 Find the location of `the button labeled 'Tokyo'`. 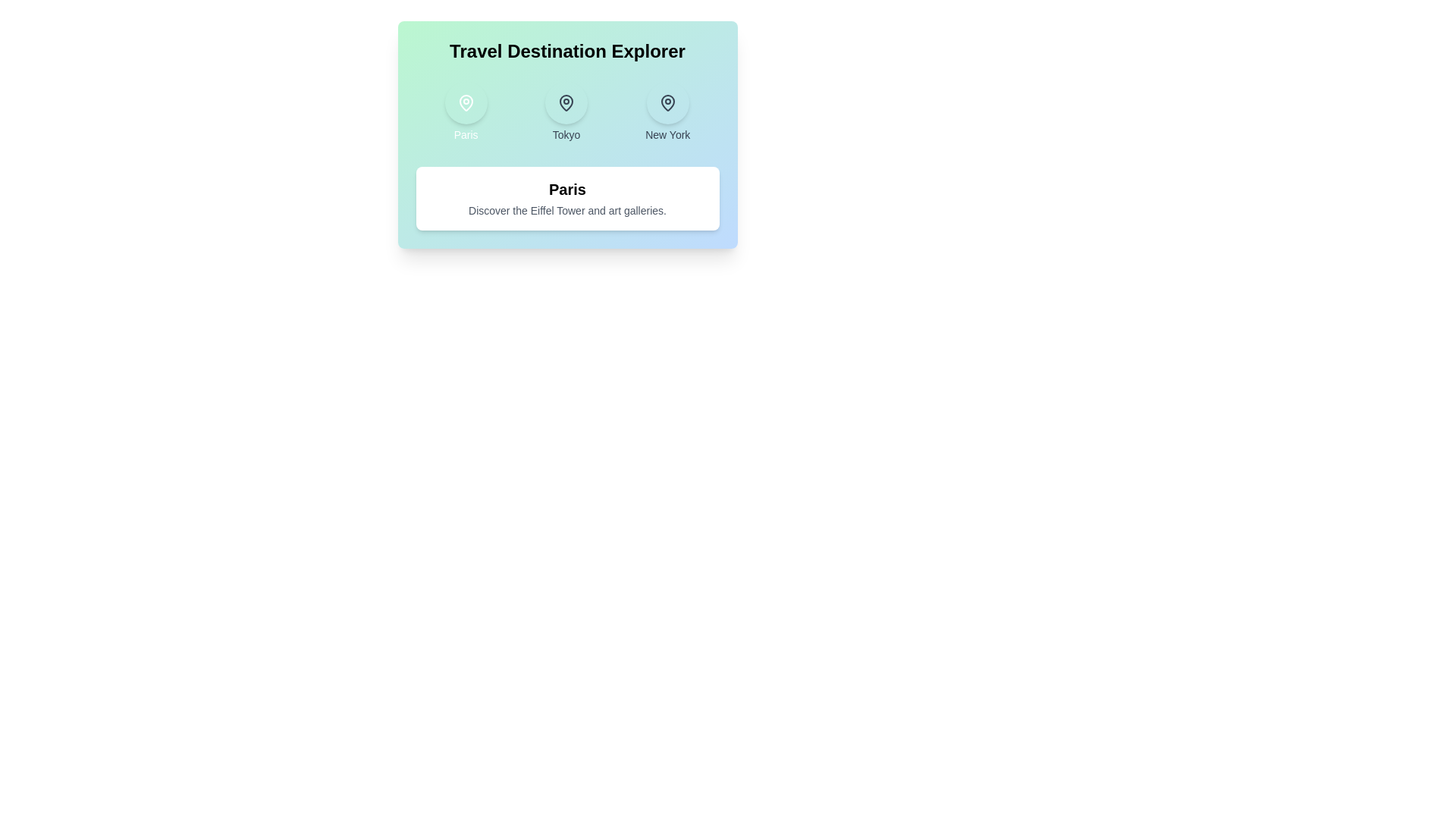

the button labeled 'Tokyo' is located at coordinates (565, 111).